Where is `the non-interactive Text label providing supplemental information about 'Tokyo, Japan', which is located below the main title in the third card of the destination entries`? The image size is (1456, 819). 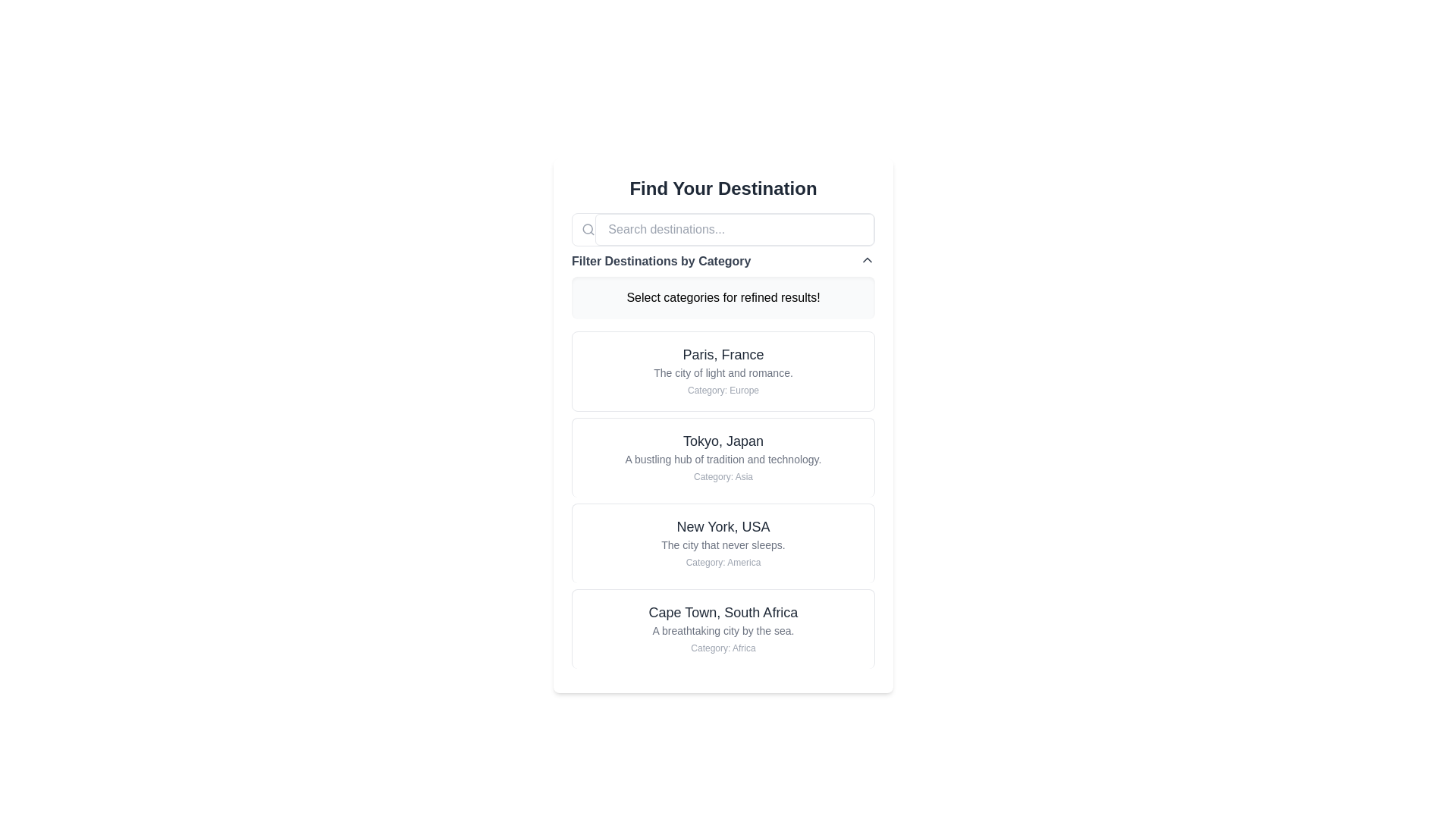 the non-interactive Text label providing supplemental information about 'Tokyo, Japan', which is located below the main title in the third card of the destination entries is located at coordinates (723, 458).